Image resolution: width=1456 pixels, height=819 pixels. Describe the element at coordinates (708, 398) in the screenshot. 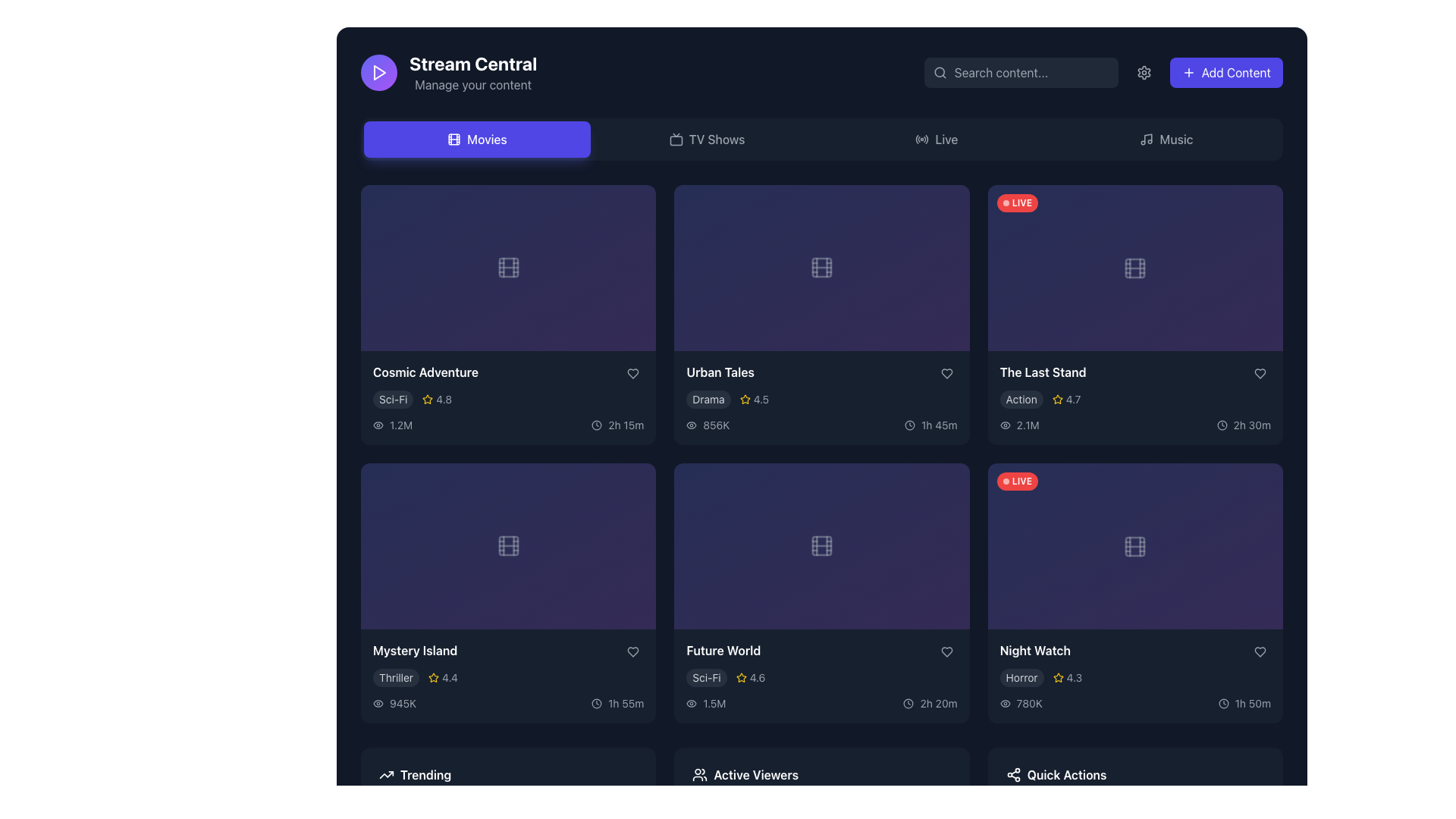

I see `the genre label indicating 'Drama', which is the leftmost element below the title 'Urban Tales'` at that location.